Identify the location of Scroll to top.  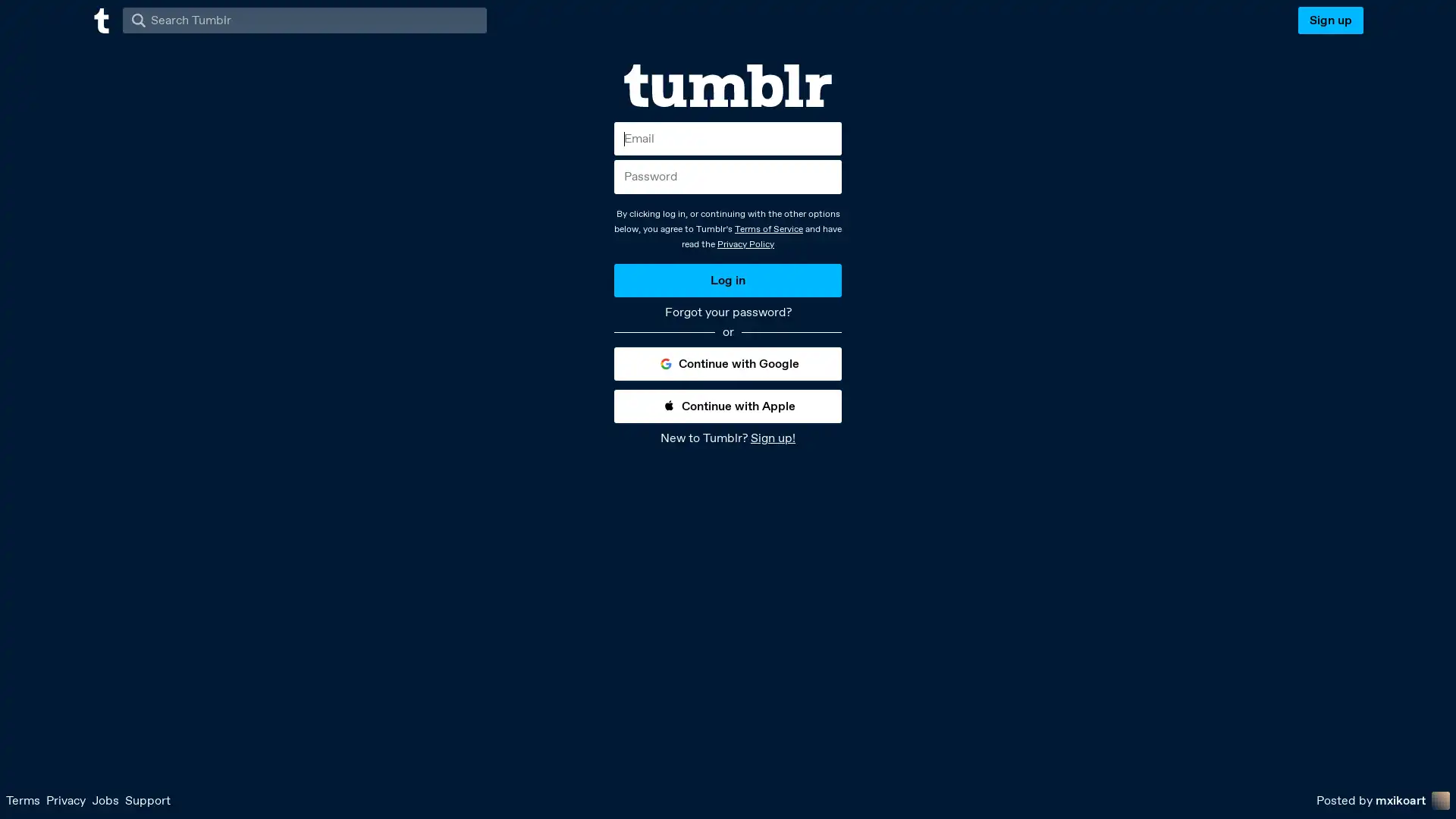
(1426, 802).